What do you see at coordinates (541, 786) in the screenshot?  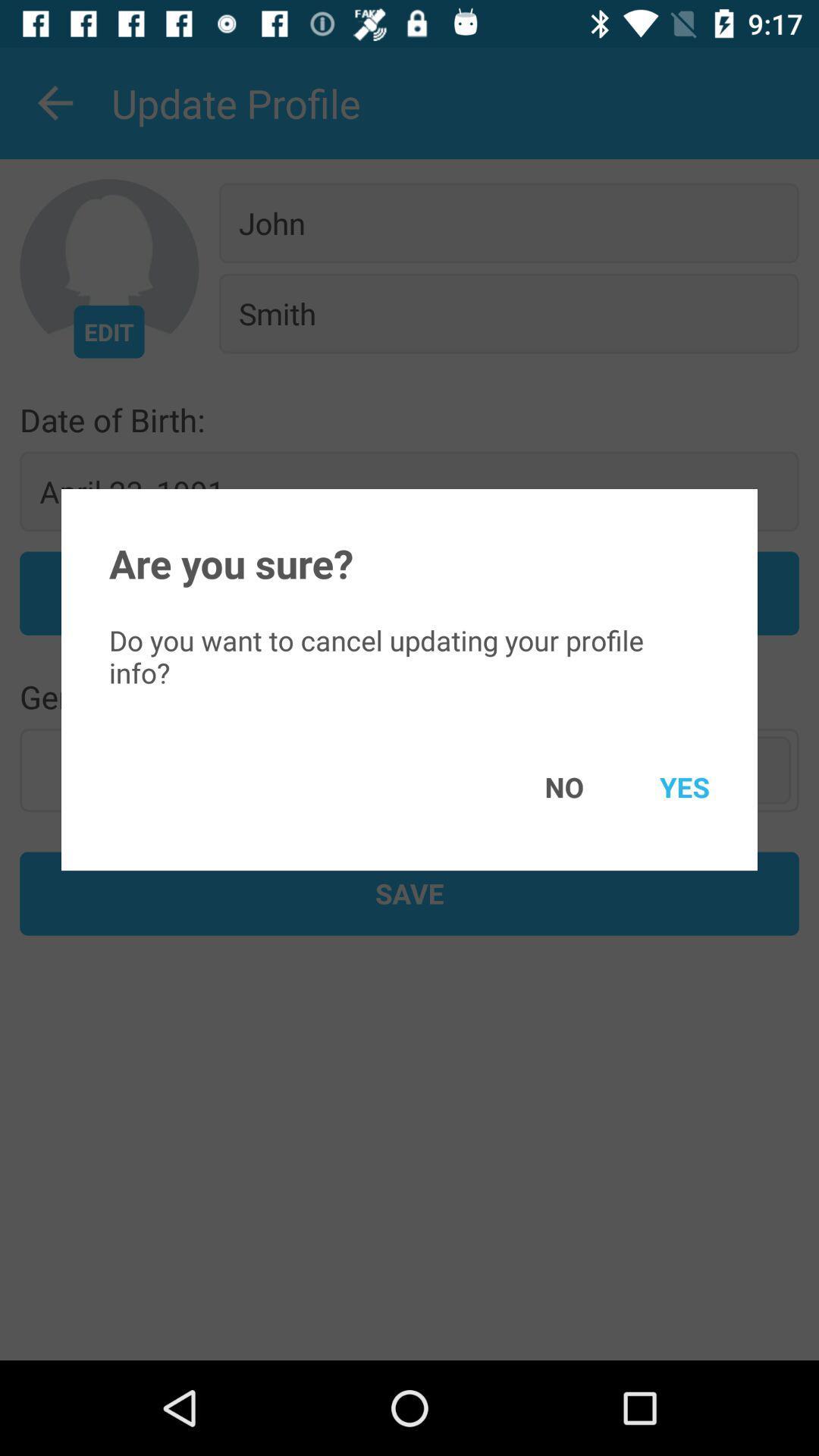 I see `no` at bounding box center [541, 786].